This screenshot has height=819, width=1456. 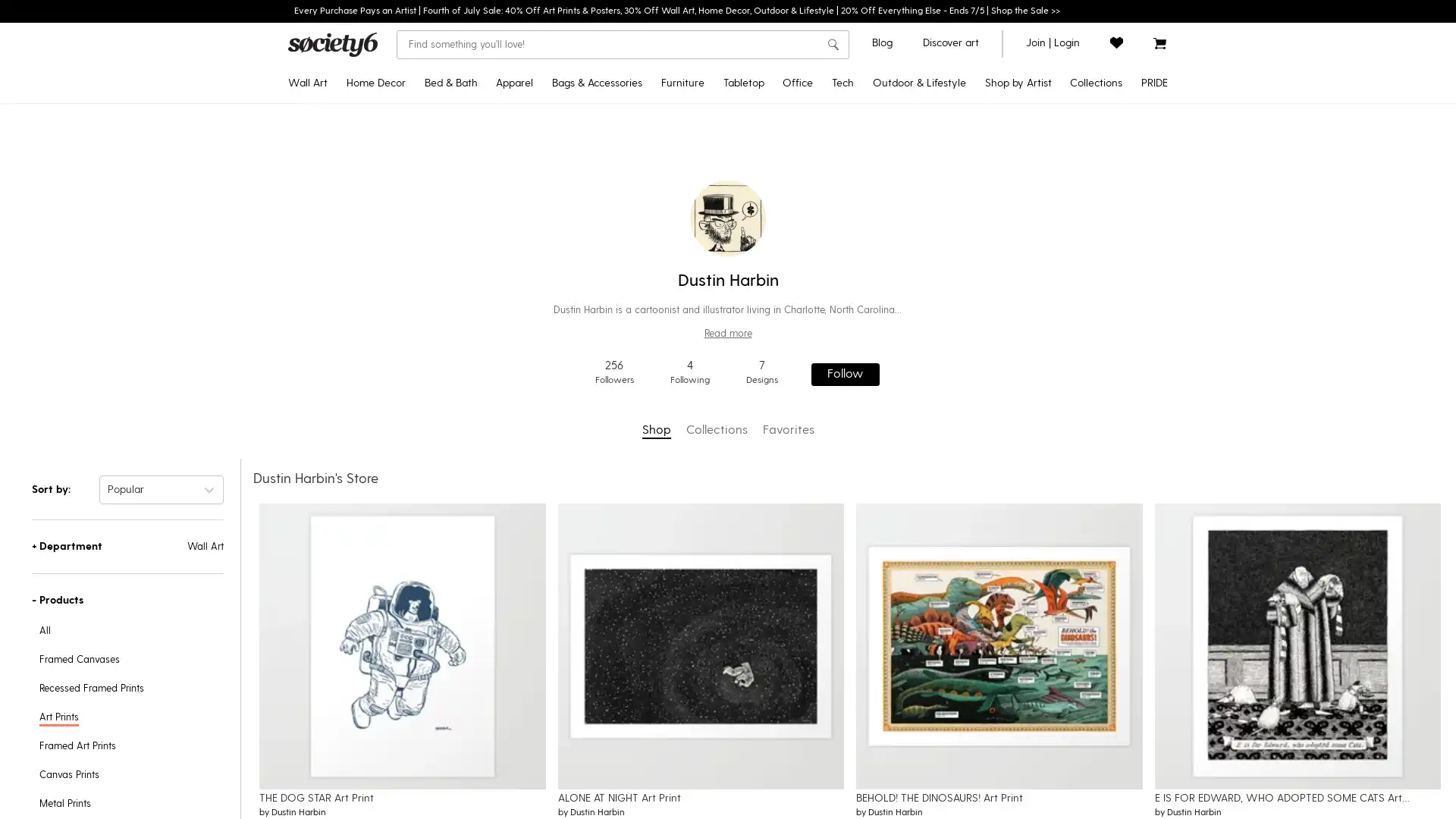 I want to click on Mini Art Prints, so click(x=356, y=390).